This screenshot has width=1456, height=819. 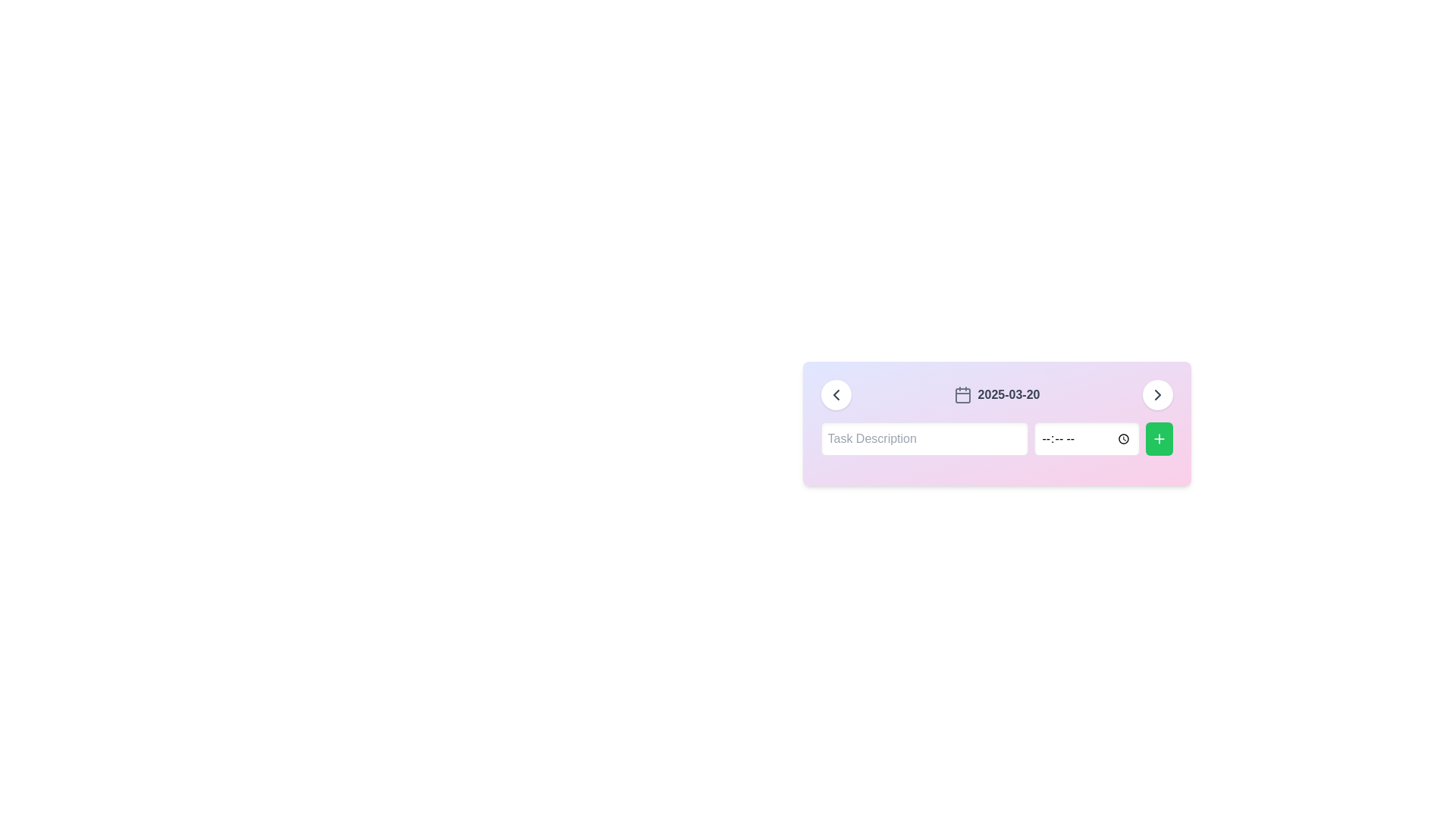 What do you see at coordinates (1156, 394) in the screenshot?
I see `the circular button with a white background and a right-pointing chevron icon` at bounding box center [1156, 394].